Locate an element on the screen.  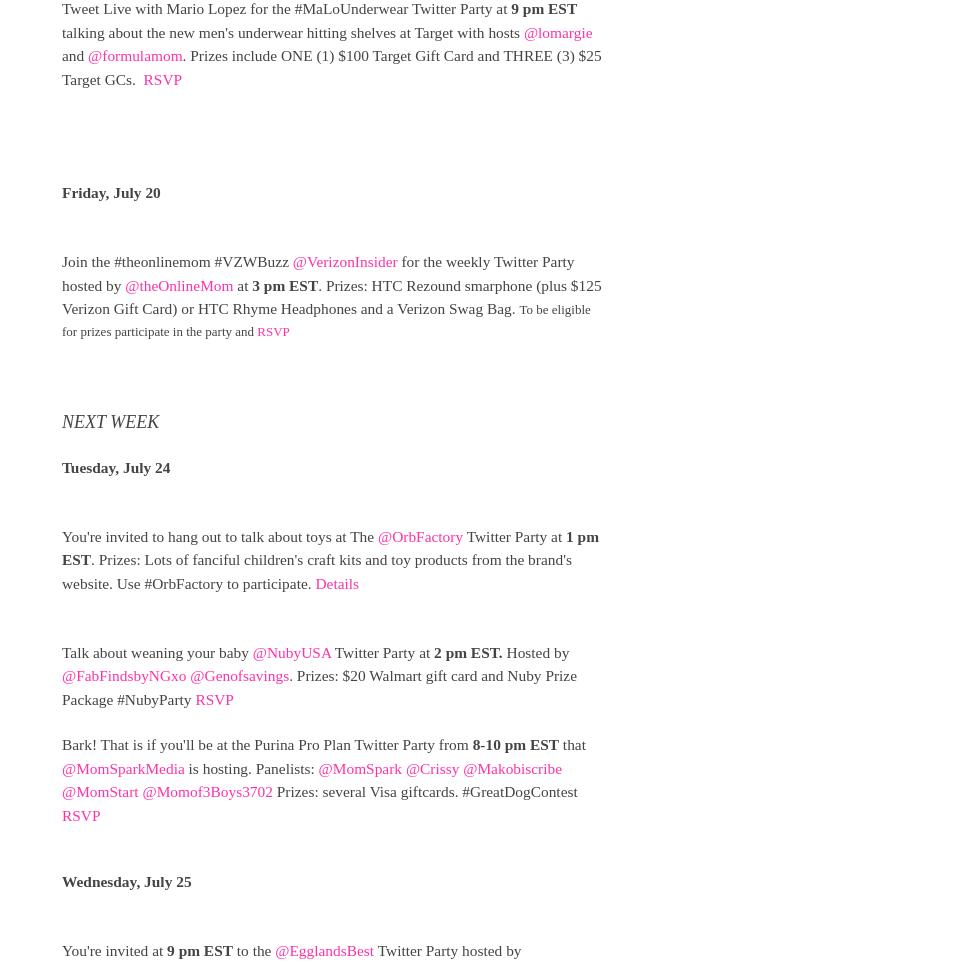
'Wednesday, July 25' is located at coordinates (125, 880).